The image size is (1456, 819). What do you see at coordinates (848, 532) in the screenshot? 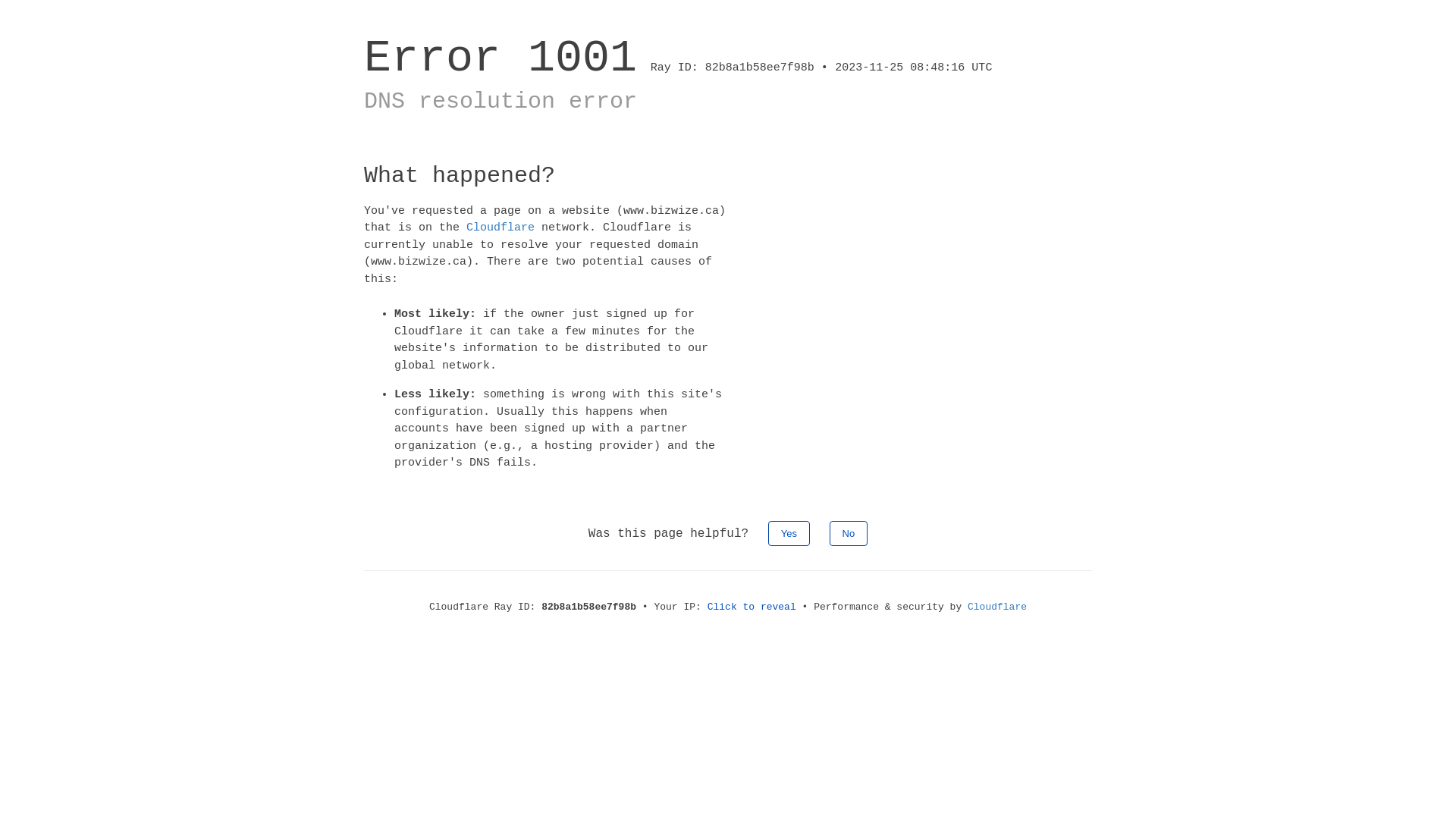
I see `'No'` at bounding box center [848, 532].